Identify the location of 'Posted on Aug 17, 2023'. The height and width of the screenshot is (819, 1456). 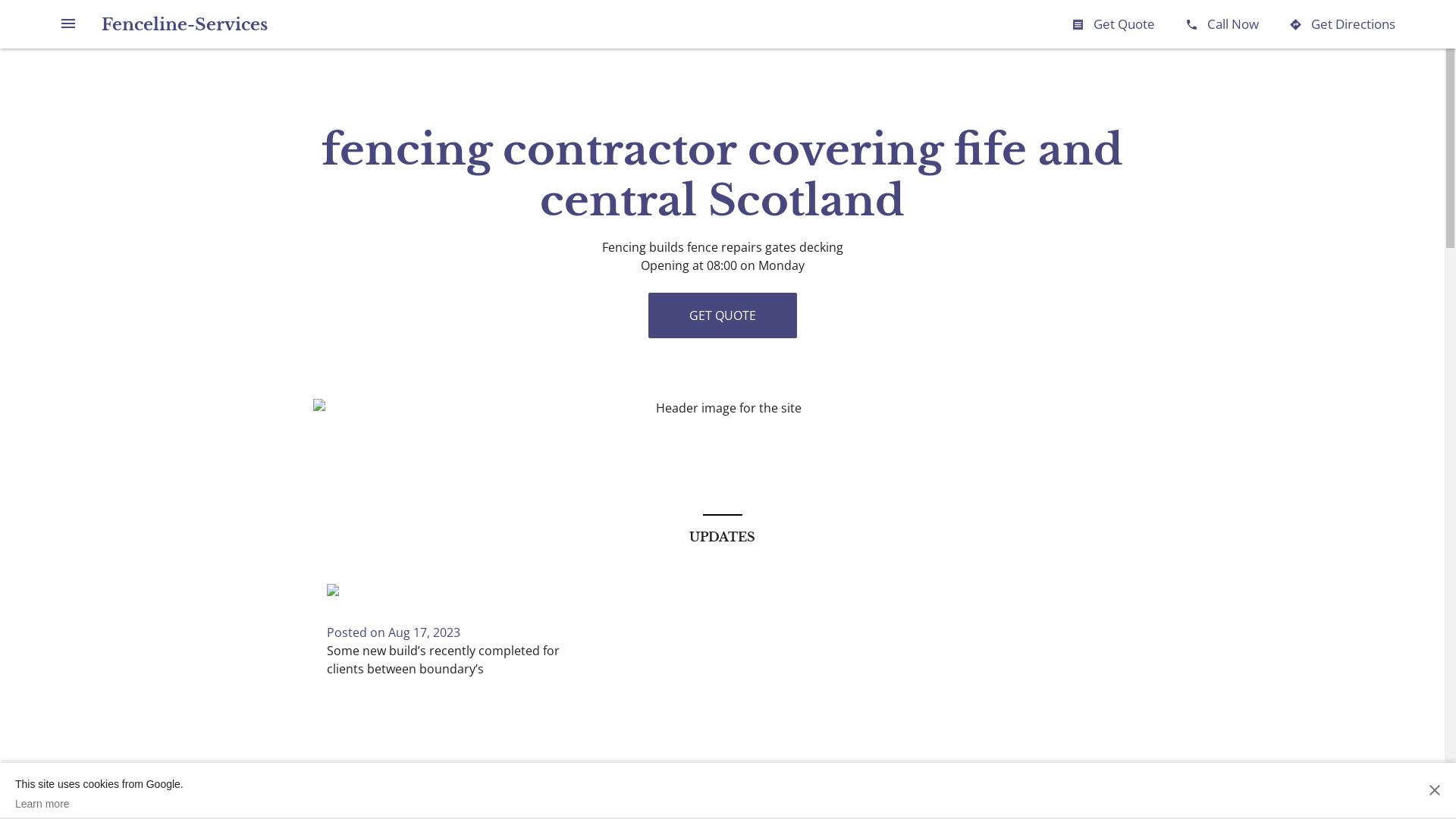
(393, 632).